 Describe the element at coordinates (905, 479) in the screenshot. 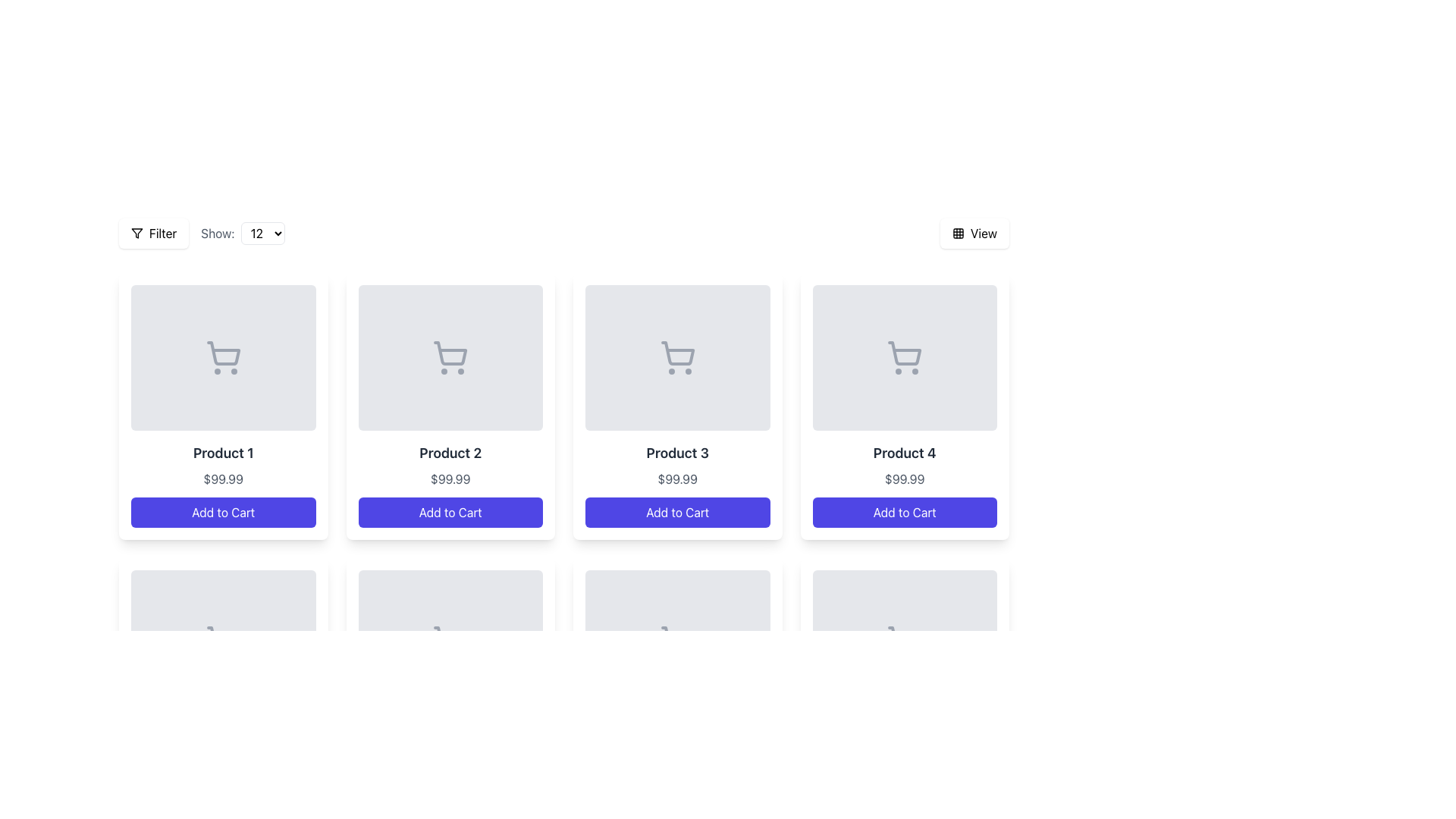

I see `price text displayed in the fourth product card, located below the product title 'Product 4' and above the 'Add to Cart' button` at that location.